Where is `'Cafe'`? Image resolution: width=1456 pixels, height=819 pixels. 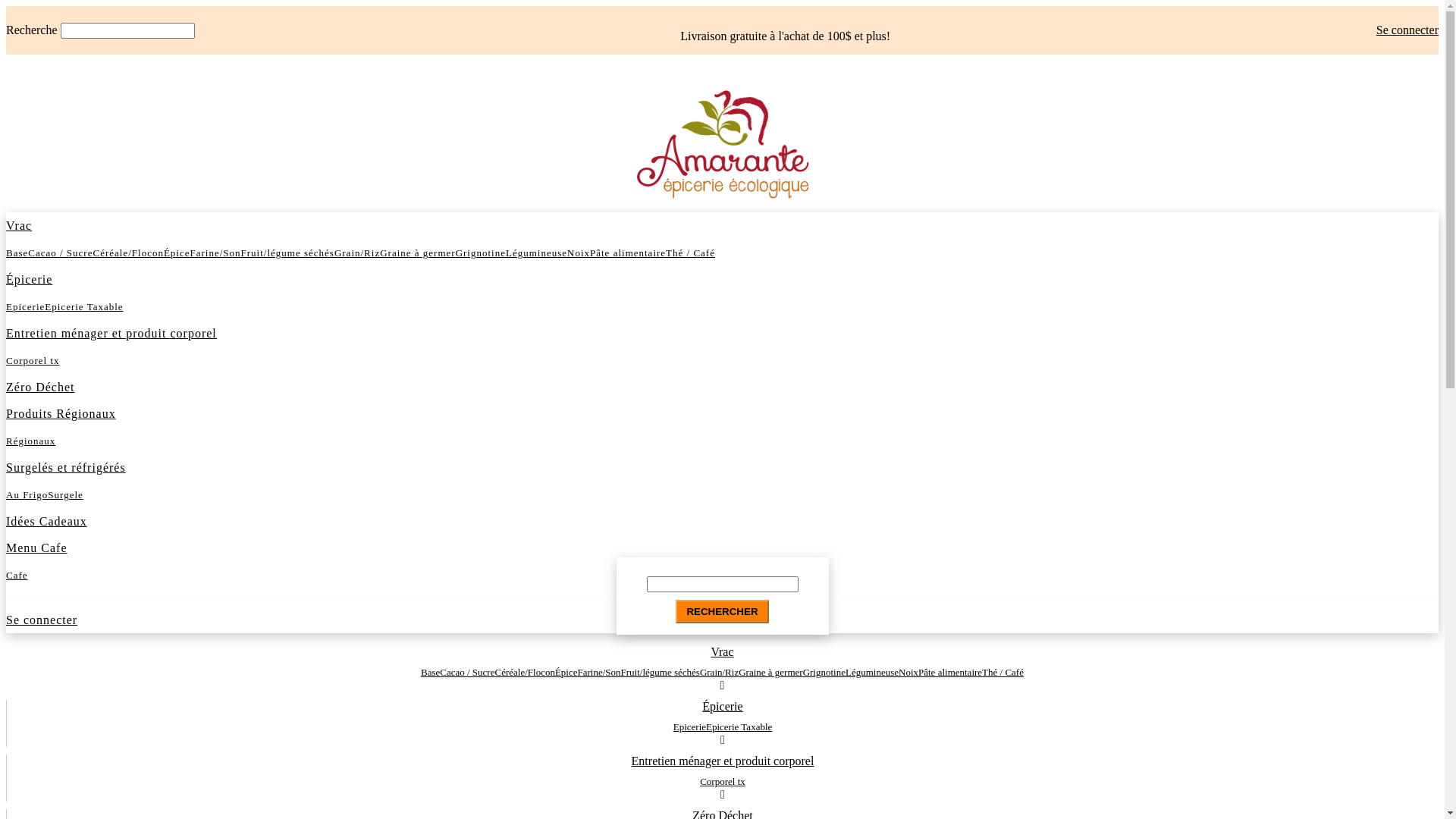 'Cafe' is located at coordinates (17, 575).